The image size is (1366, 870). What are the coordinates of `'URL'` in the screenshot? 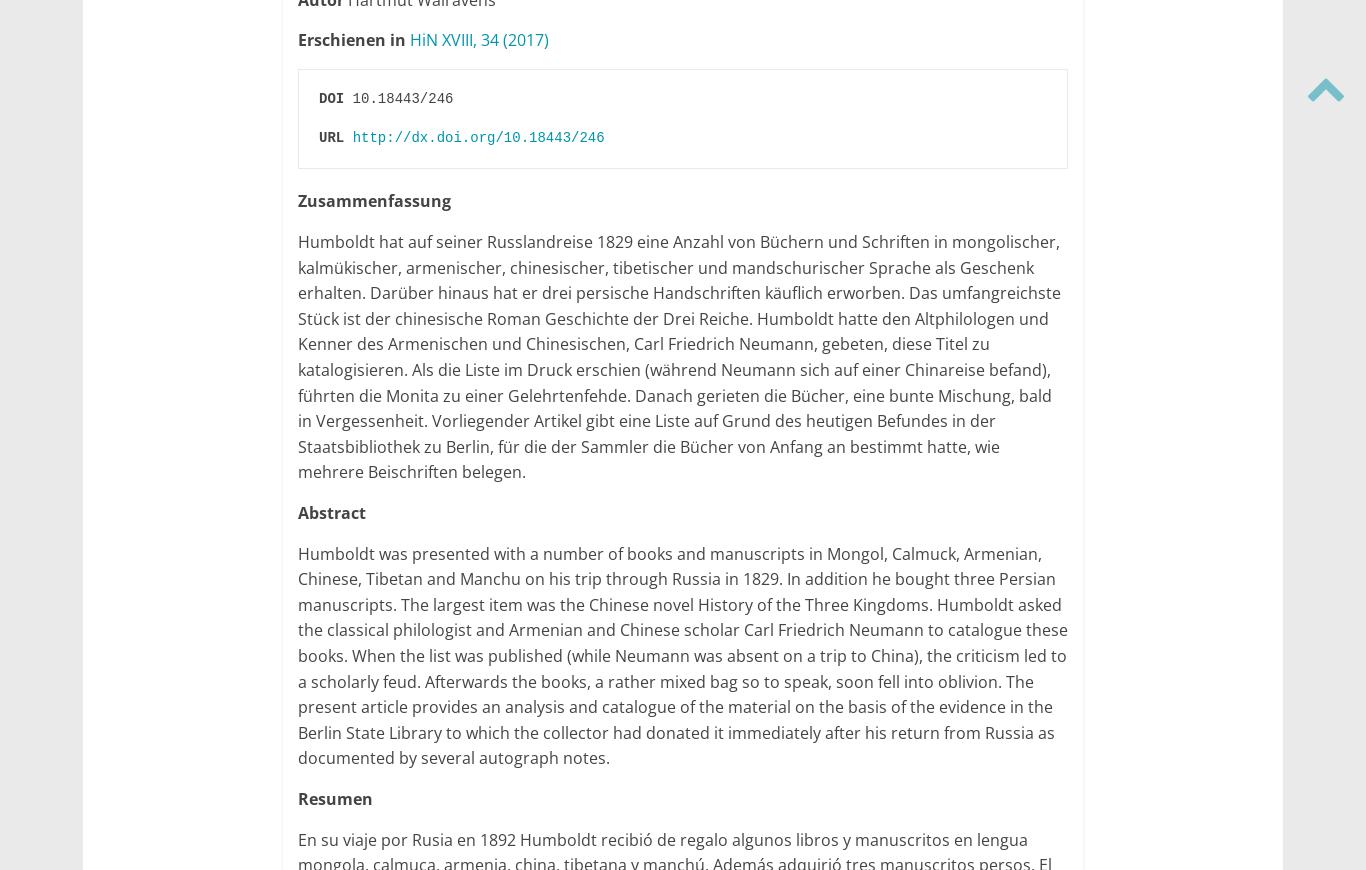 It's located at (331, 136).